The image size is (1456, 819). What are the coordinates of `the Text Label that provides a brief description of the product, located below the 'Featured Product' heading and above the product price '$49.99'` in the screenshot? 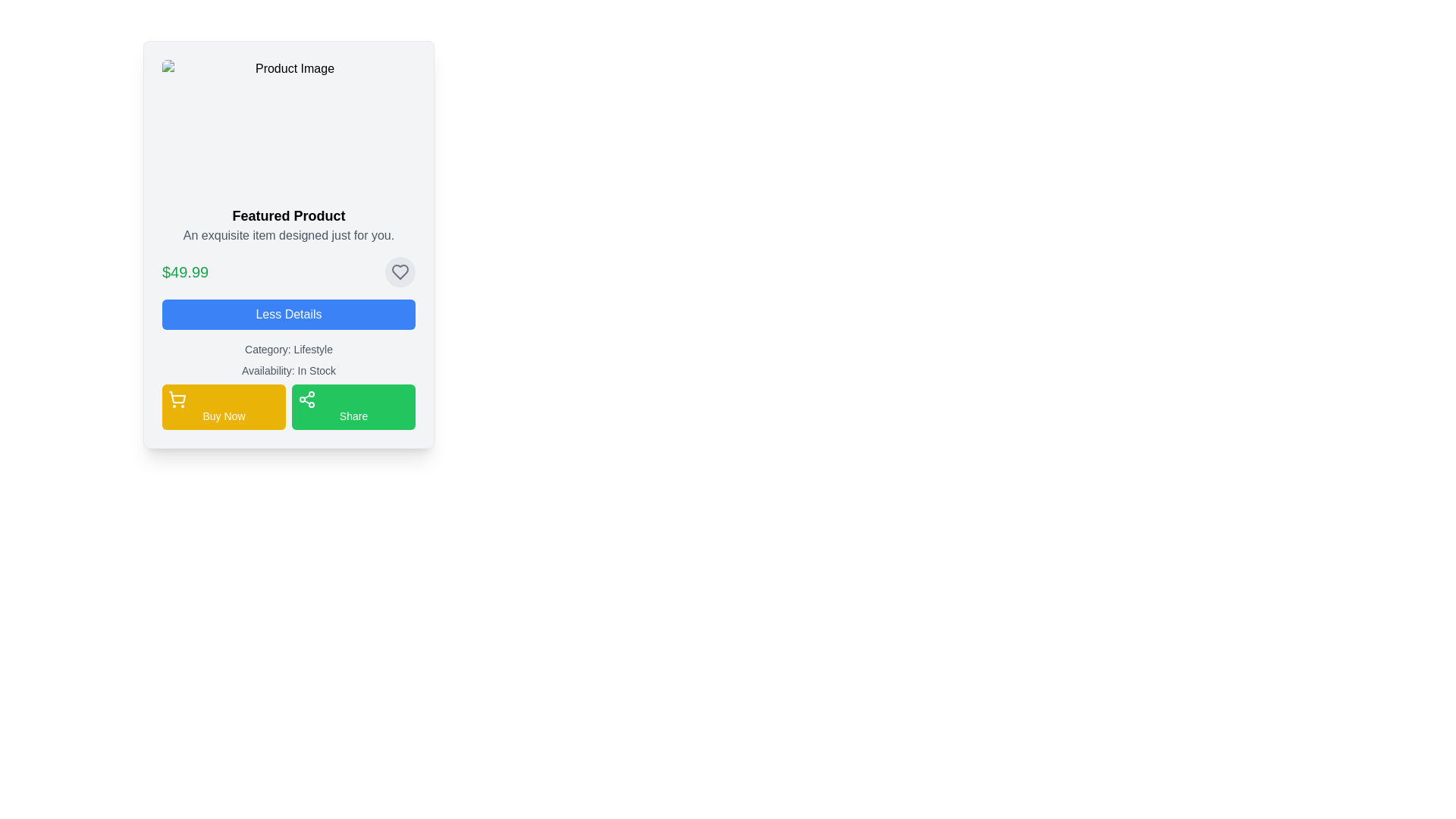 It's located at (288, 236).